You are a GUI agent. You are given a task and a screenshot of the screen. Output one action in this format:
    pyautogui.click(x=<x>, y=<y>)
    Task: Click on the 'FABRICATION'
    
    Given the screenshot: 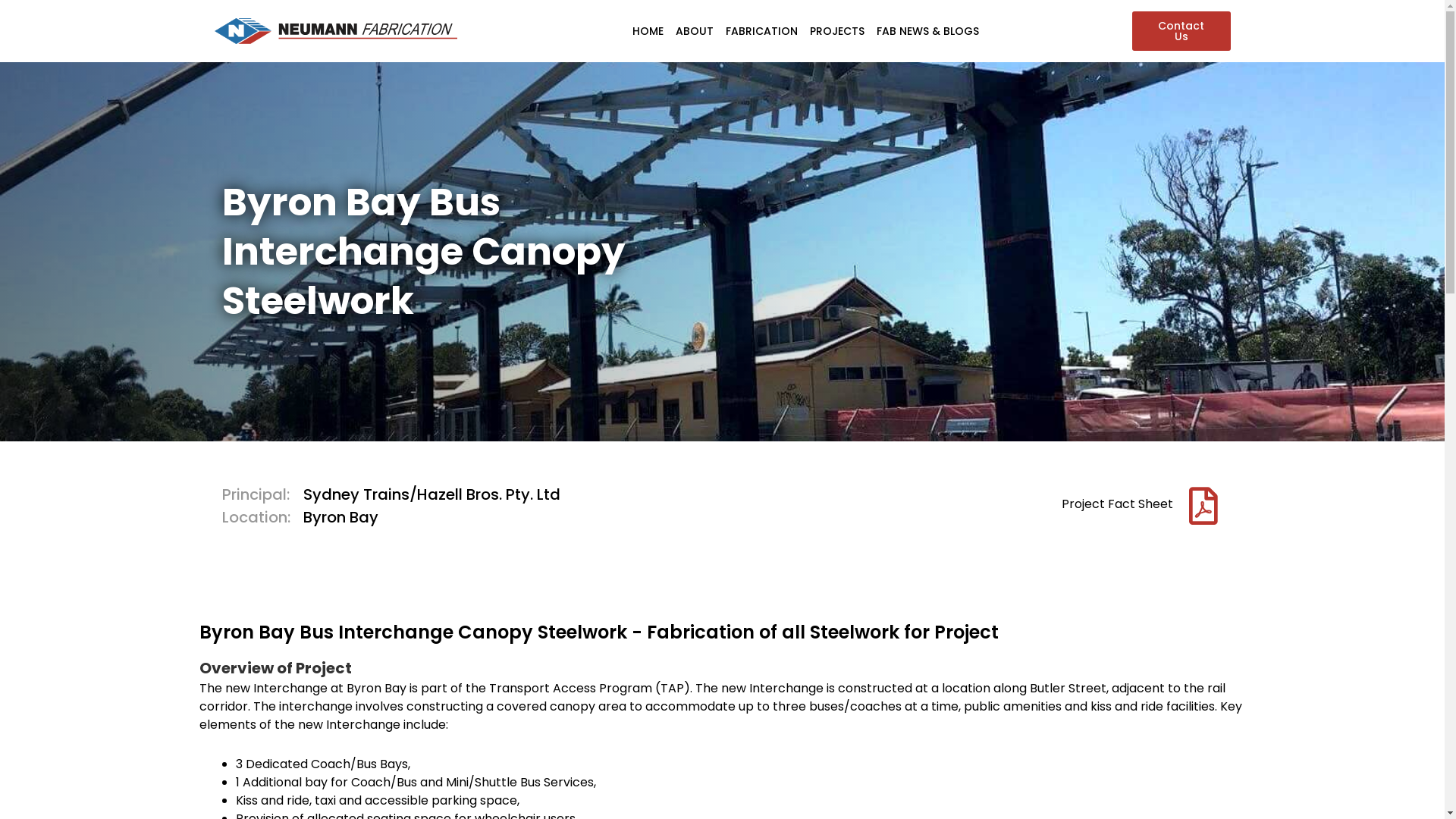 What is the action you would take?
    pyautogui.click(x=761, y=31)
    